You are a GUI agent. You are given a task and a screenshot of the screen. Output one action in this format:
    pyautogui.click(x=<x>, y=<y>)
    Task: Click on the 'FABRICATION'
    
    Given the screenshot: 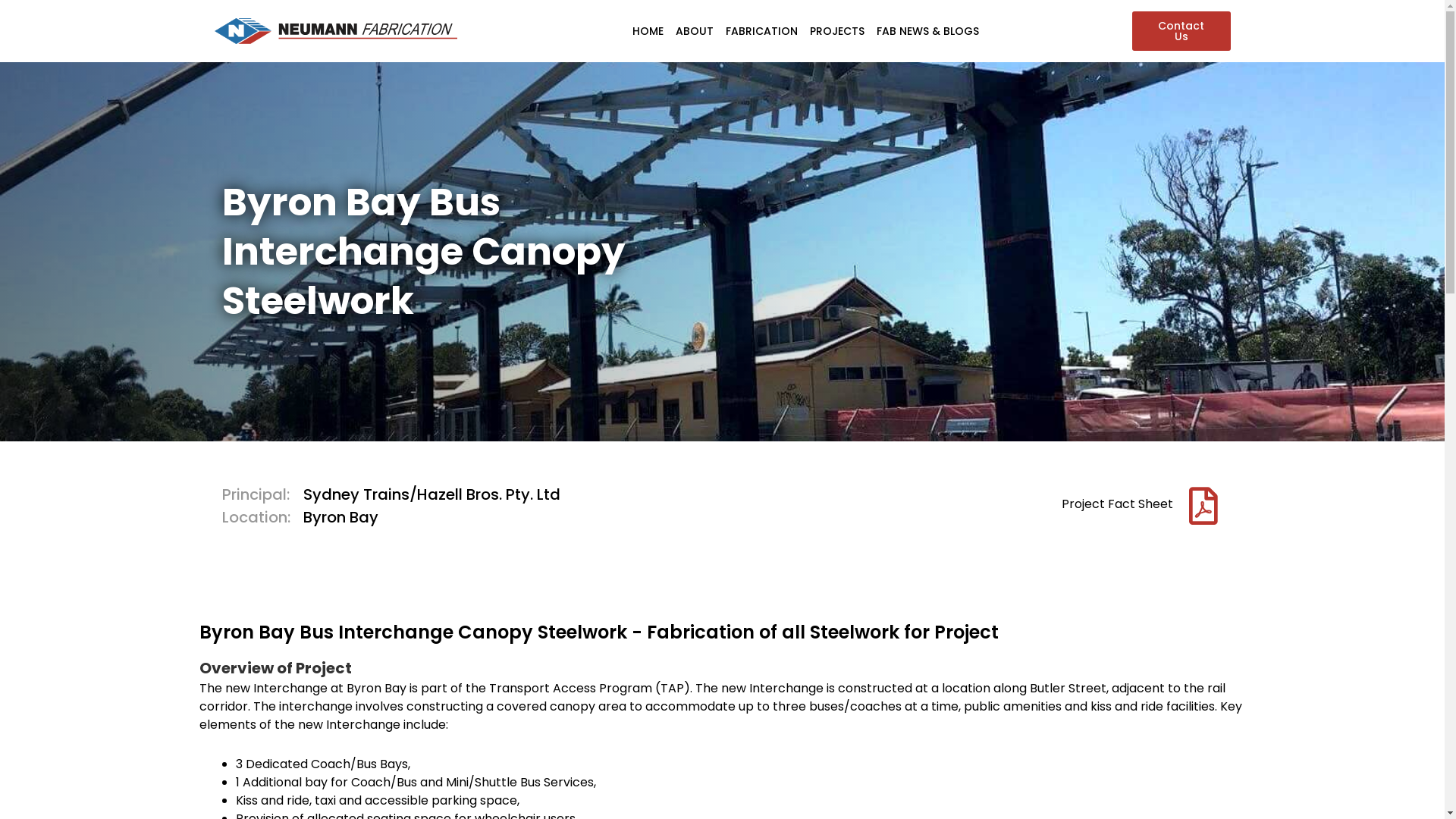 What is the action you would take?
    pyautogui.click(x=761, y=31)
    